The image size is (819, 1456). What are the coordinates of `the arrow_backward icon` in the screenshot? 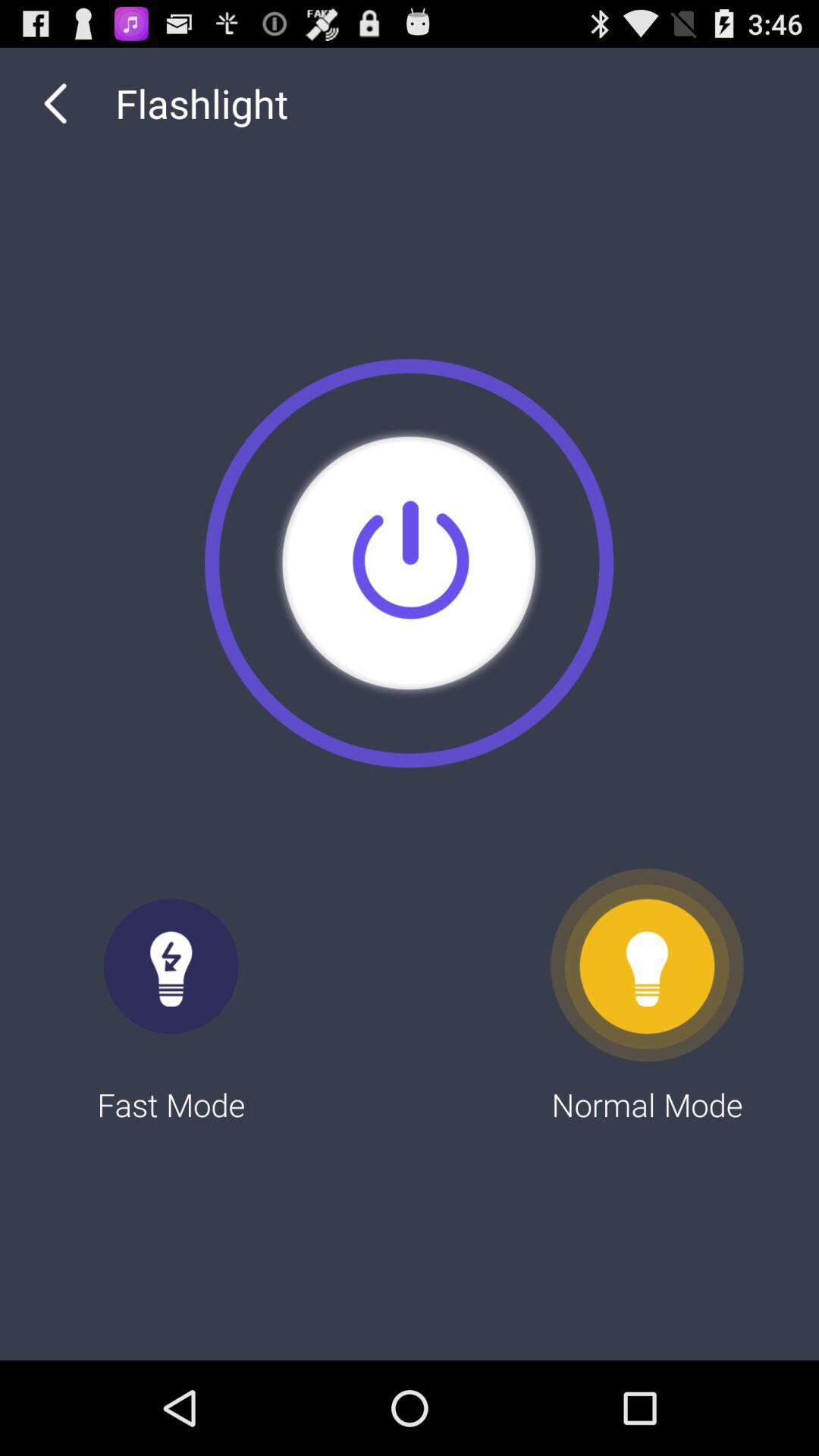 It's located at (55, 110).